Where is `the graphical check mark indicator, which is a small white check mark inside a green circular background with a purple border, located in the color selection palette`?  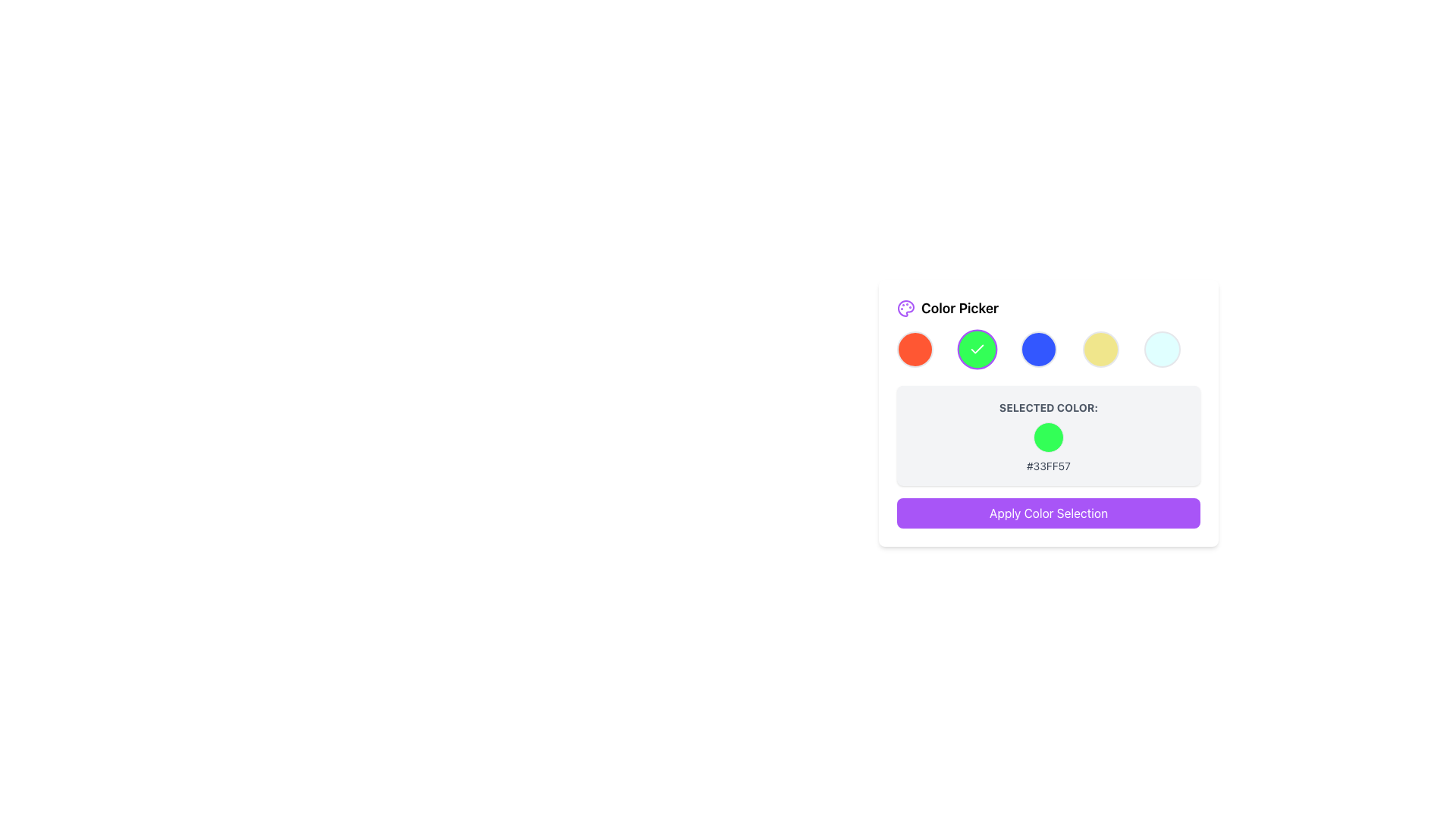
the graphical check mark indicator, which is a small white check mark inside a green circular background with a purple border, located in the color selection palette is located at coordinates (977, 349).